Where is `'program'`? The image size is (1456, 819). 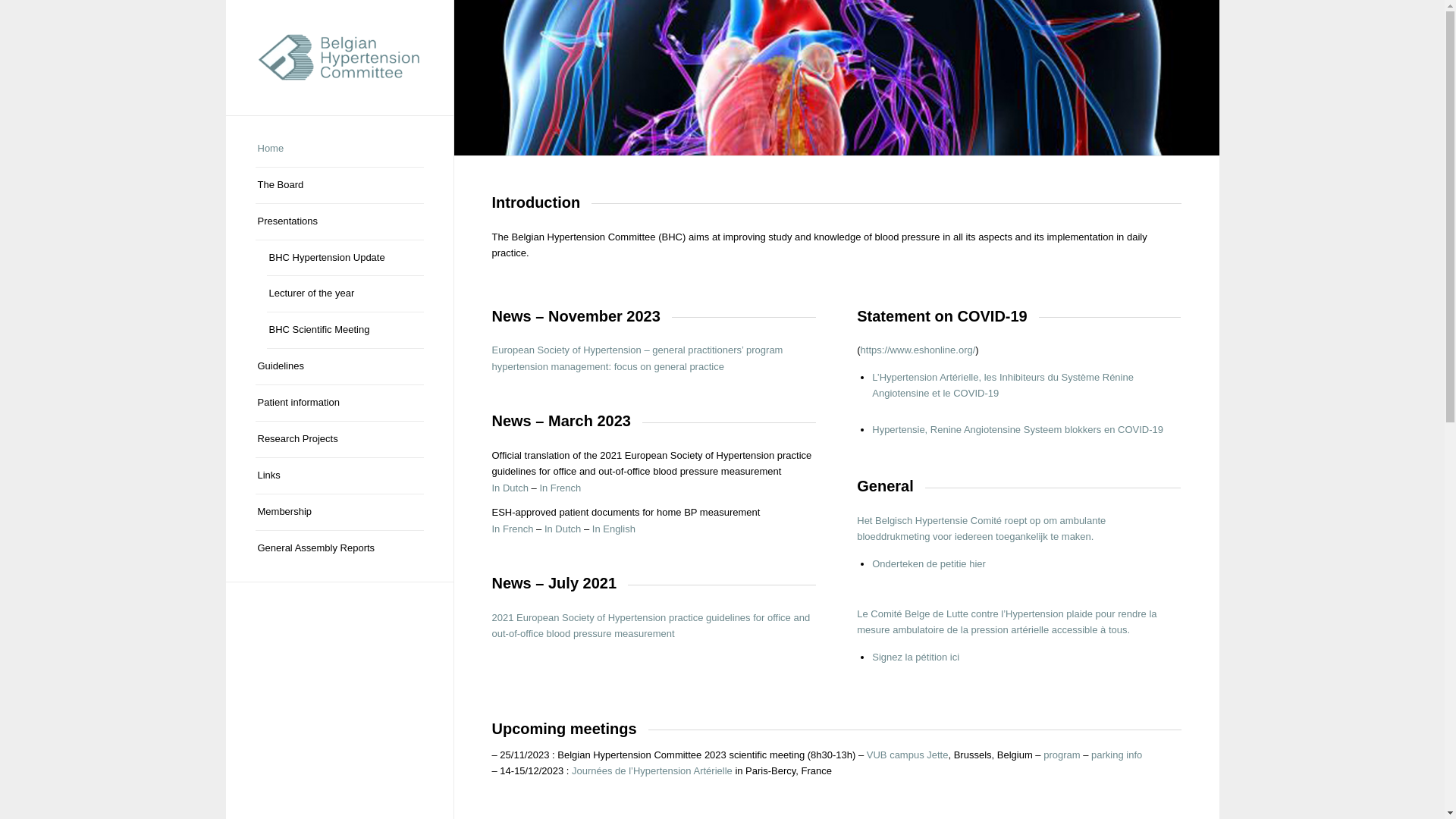
'program' is located at coordinates (1061, 755).